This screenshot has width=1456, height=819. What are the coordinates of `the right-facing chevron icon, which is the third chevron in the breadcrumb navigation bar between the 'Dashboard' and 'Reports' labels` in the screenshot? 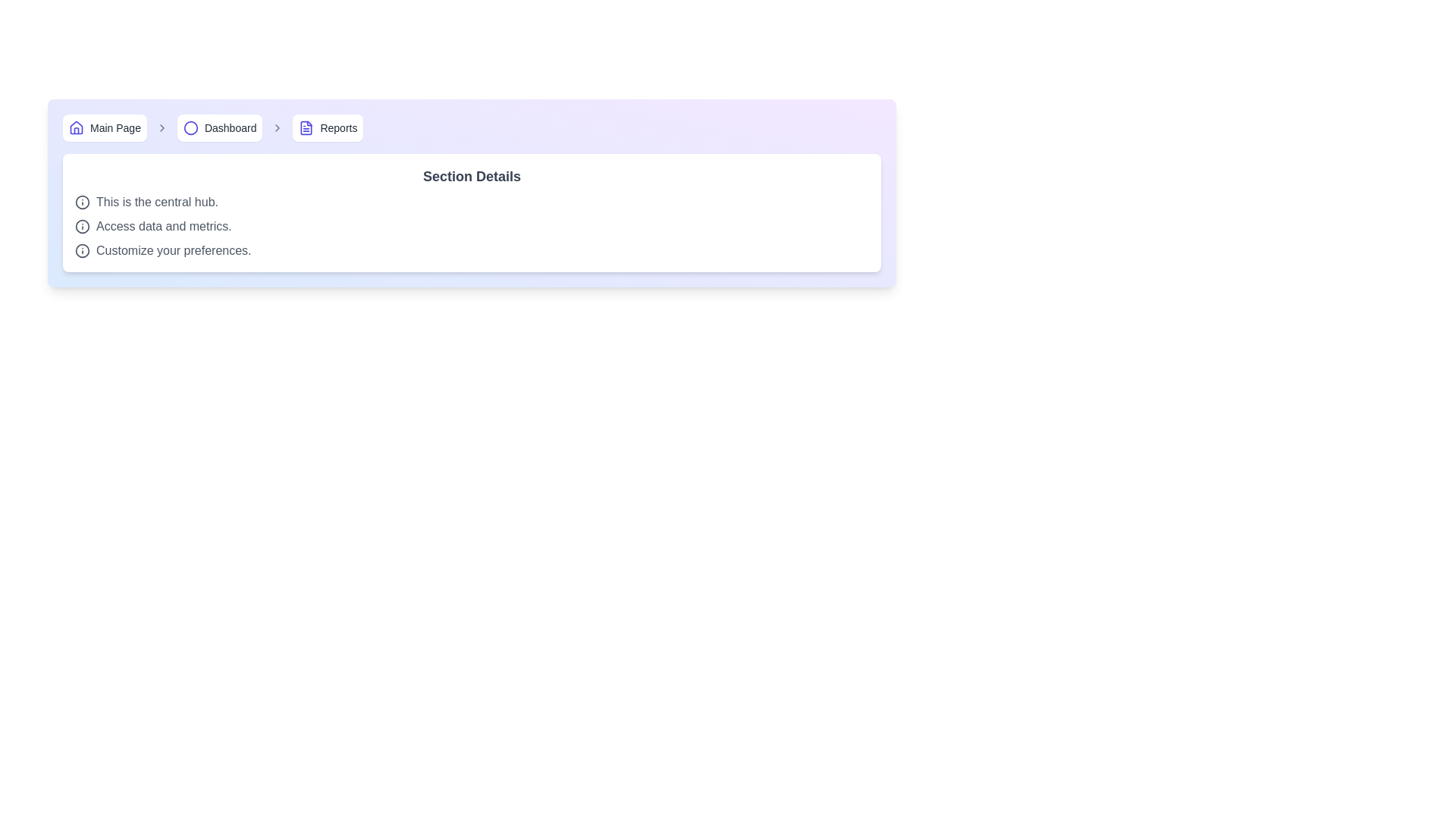 It's located at (278, 127).